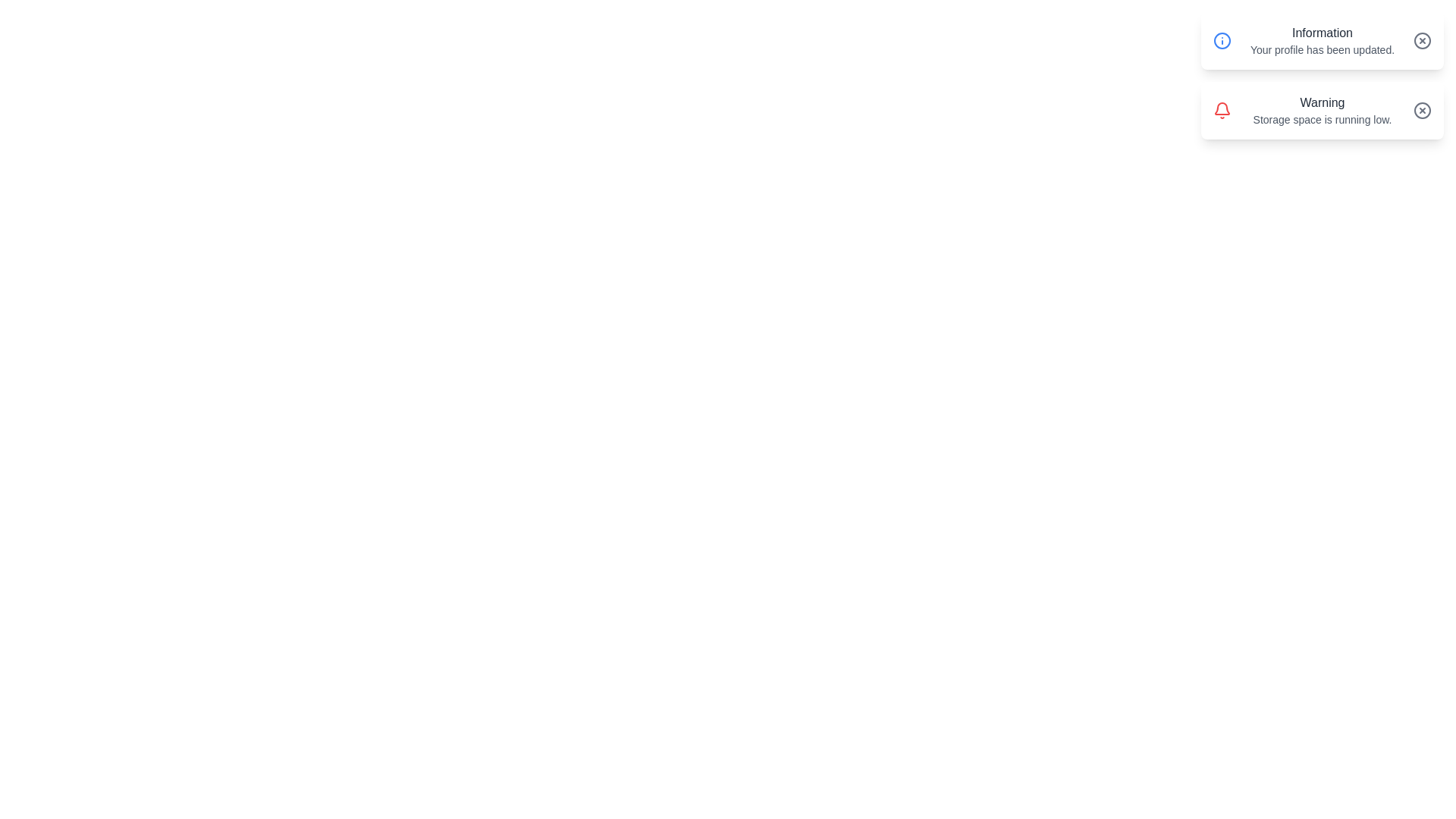 Image resolution: width=1456 pixels, height=819 pixels. What do you see at coordinates (1422, 40) in the screenshot?
I see `the dismiss button located at the top-right corner of the notification card that displays 'Information' and the message 'Your profile has been updated.'` at bounding box center [1422, 40].